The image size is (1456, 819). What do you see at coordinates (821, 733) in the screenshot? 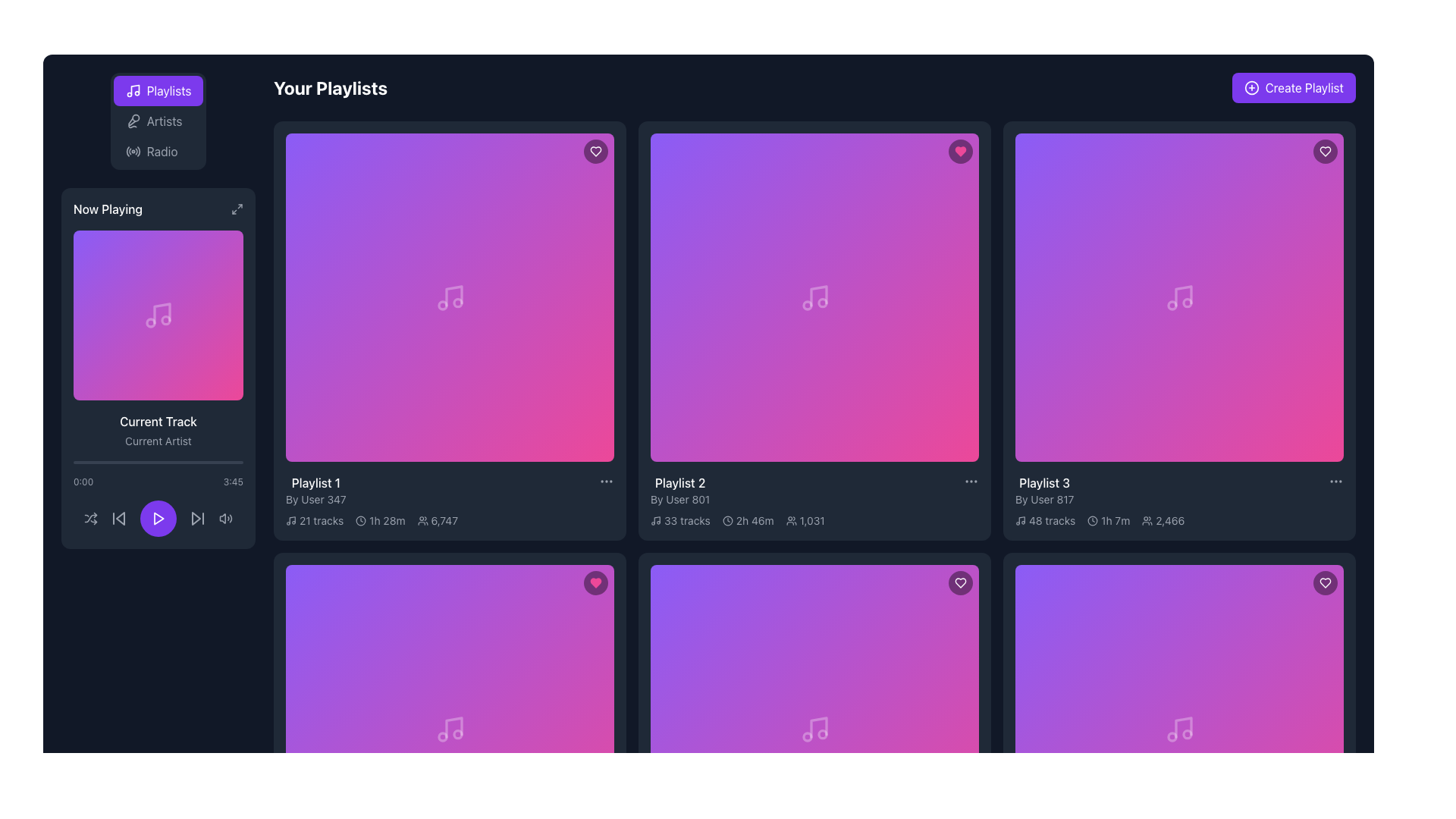
I see `the rightmost circle of the musical note icon located in the bottom-right playlist box of the grid layout` at bounding box center [821, 733].